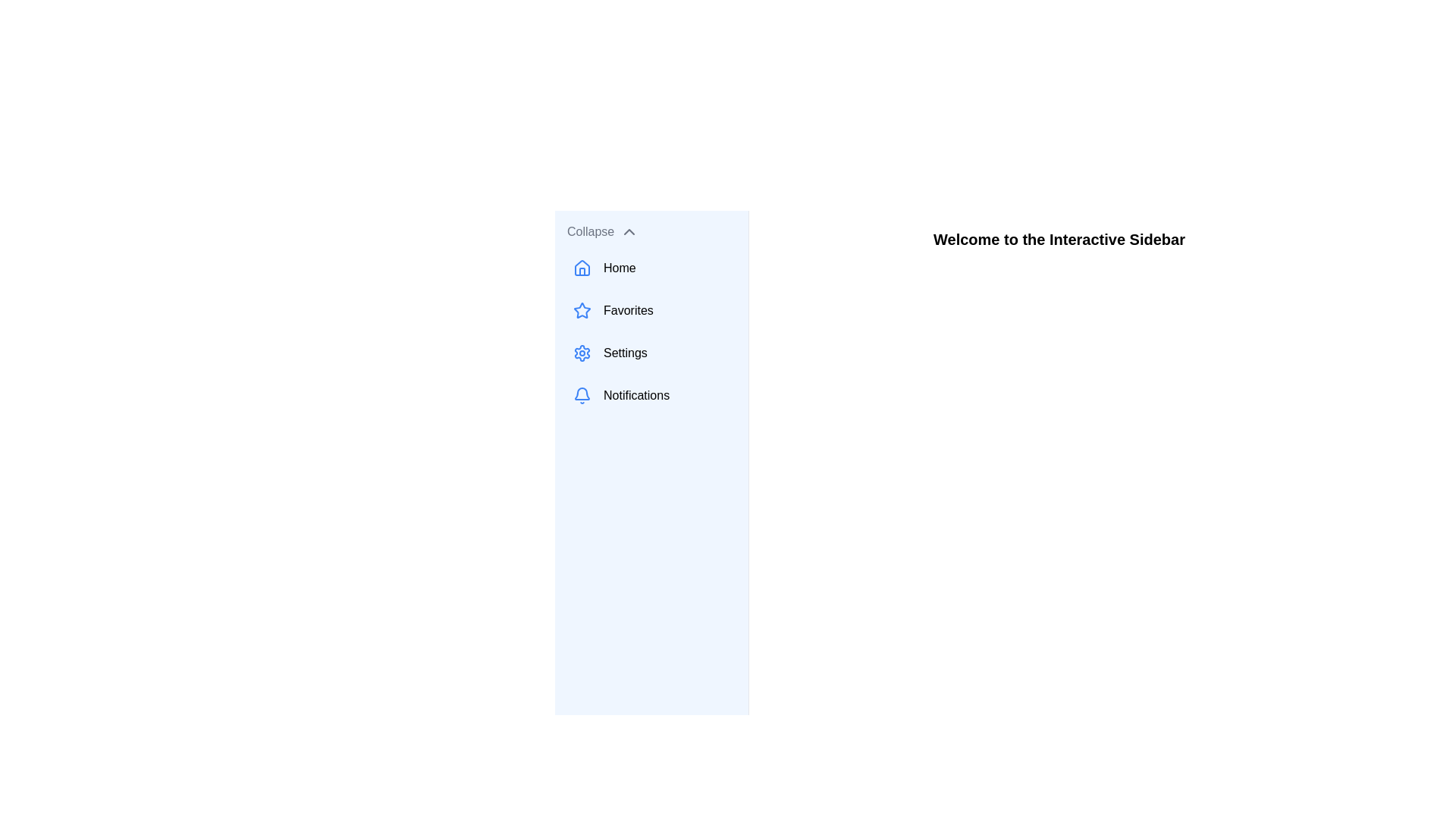 The image size is (1456, 819). What do you see at coordinates (651, 231) in the screenshot?
I see `the 'Collapse' button at the top of the vertical navigation sidebar` at bounding box center [651, 231].